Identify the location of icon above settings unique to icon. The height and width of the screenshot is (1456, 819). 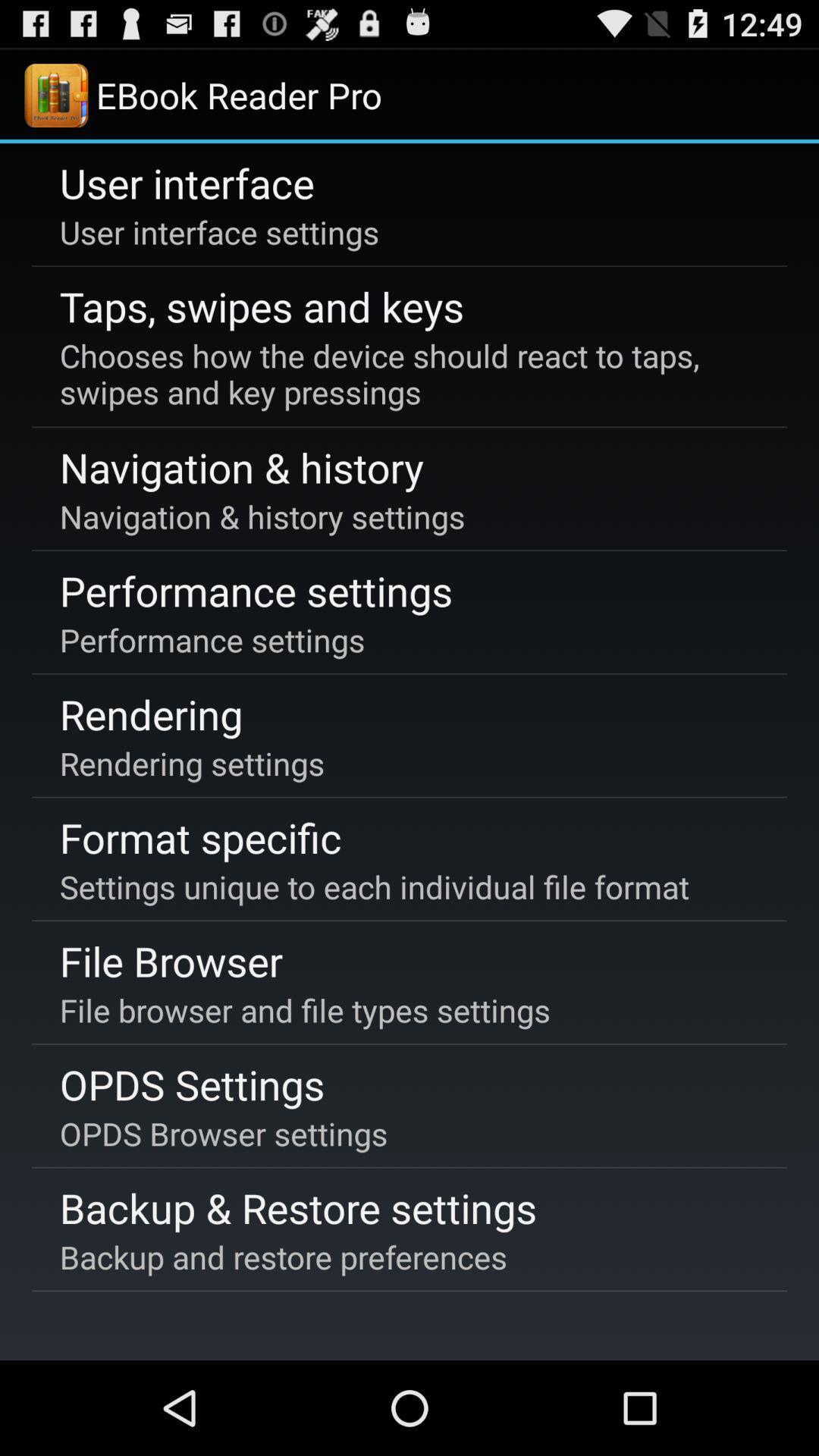
(199, 836).